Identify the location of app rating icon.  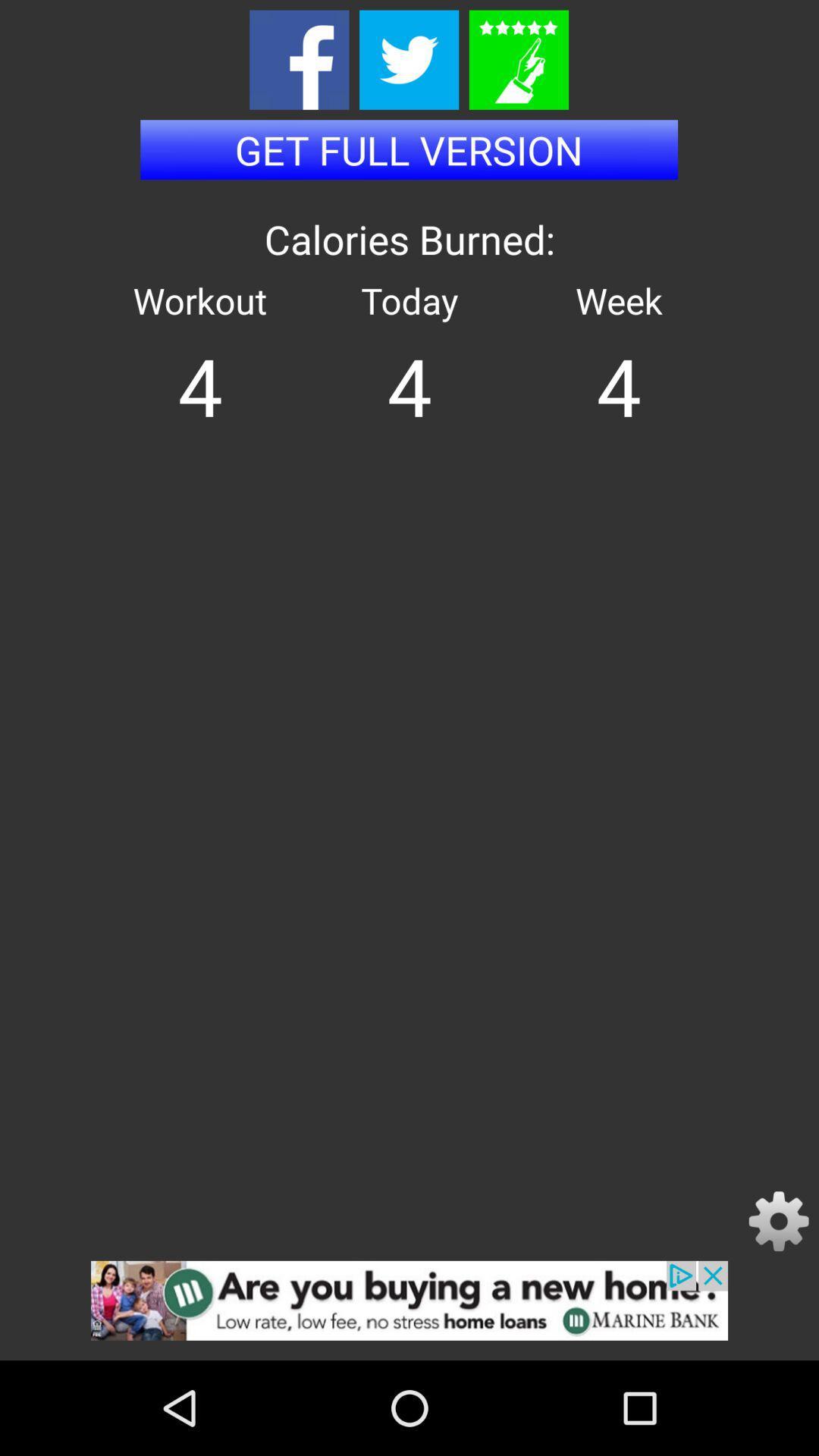
(518, 60).